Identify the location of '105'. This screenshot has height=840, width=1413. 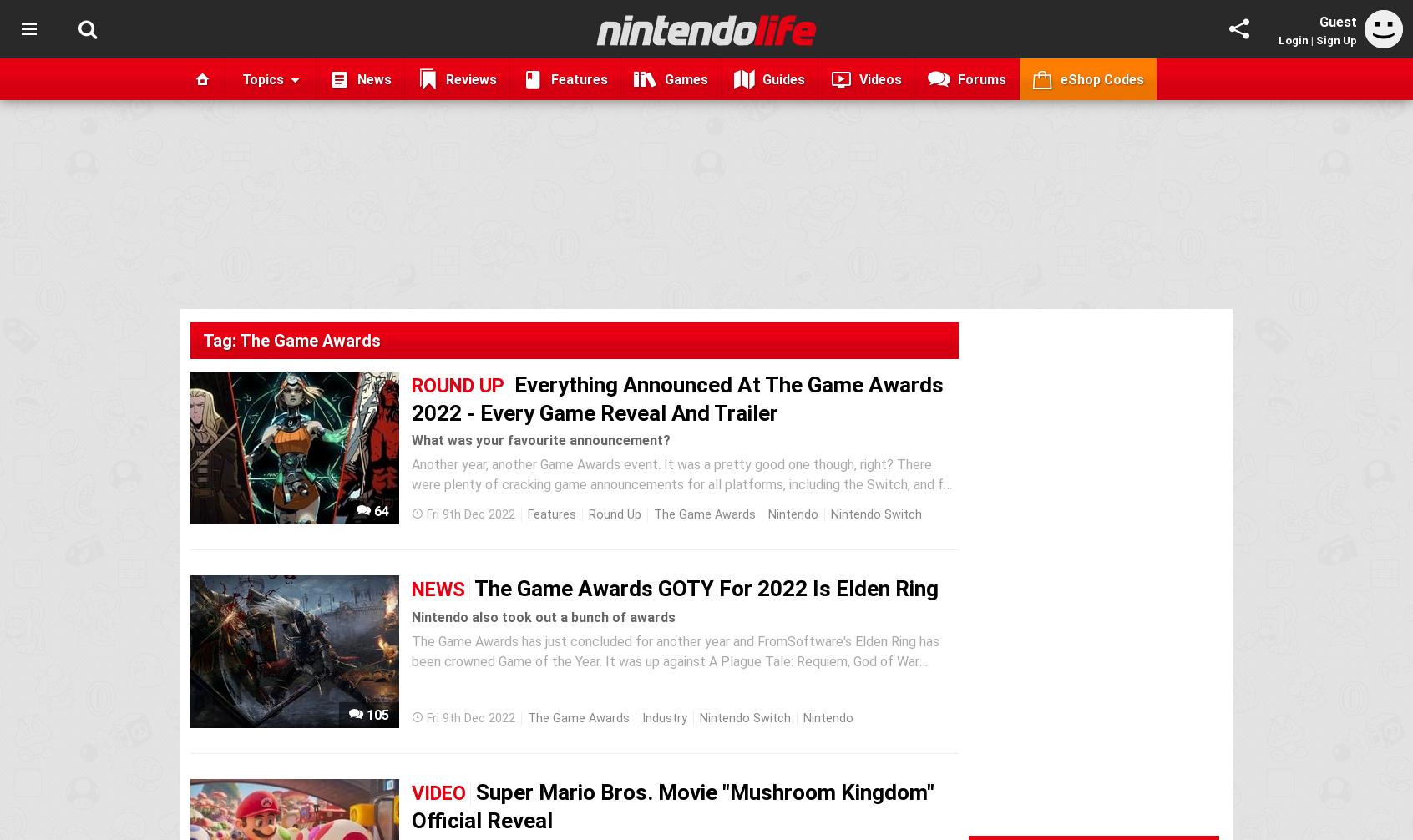
(375, 714).